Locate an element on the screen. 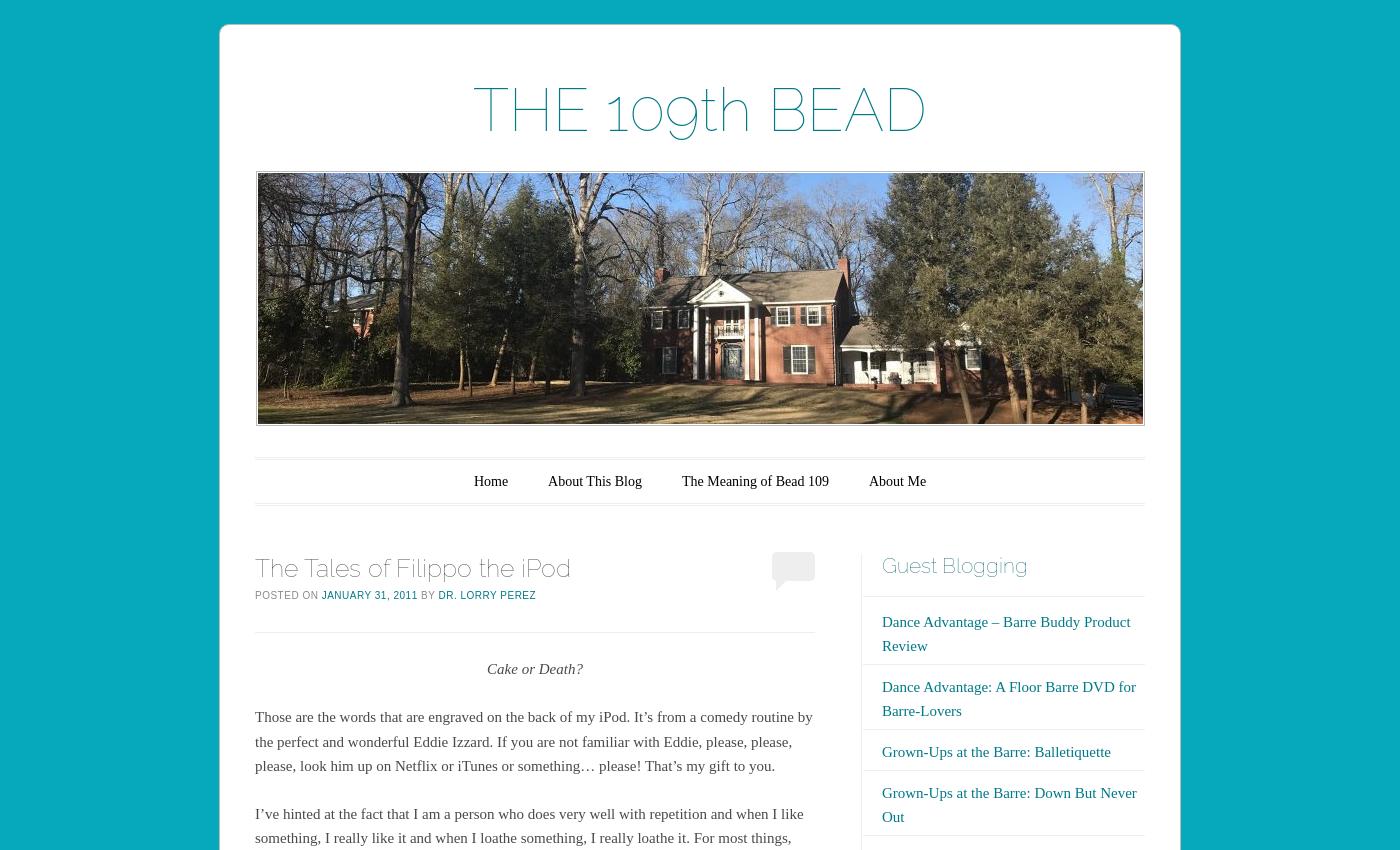 The image size is (1400, 850). 'Main menu' is located at coordinates (317, 473).